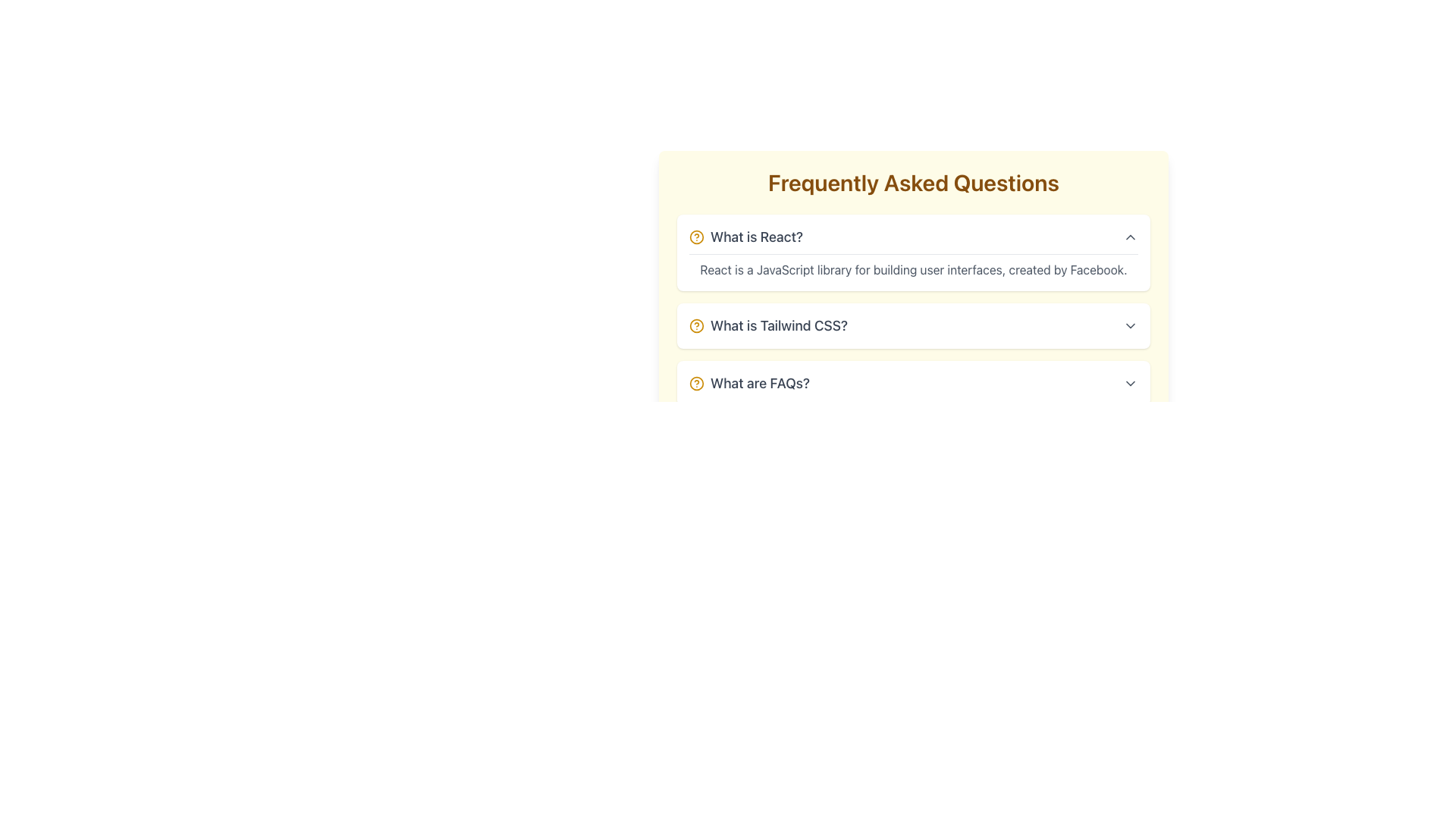 This screenshot has width=1456, height=819. Describe the element at coordinates (912, 325) in the screenshot. I see `the Accordion Header for the second FAQ entry, enabling keyboard navigation` at that location.